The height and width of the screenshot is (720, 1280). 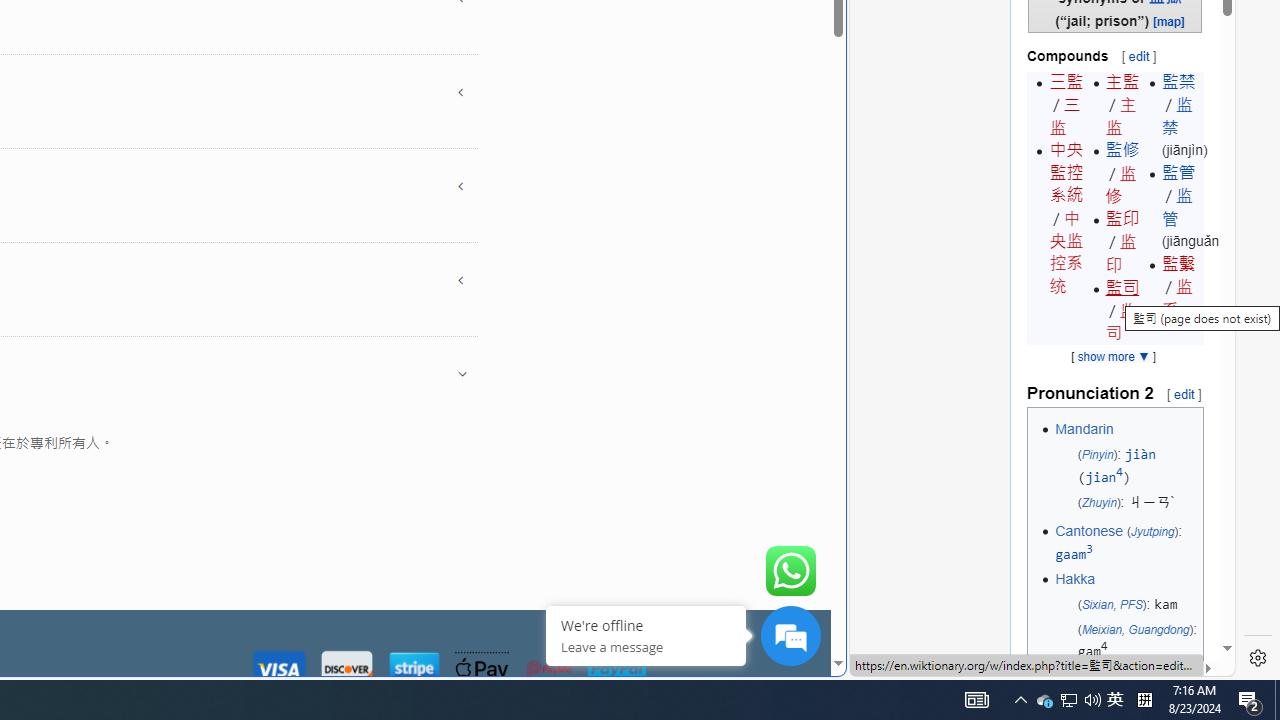 What do you see at coordinates (1159, 627) in the screenshot?
I see `'Guangdong'` at bounding box center [1159, 627].